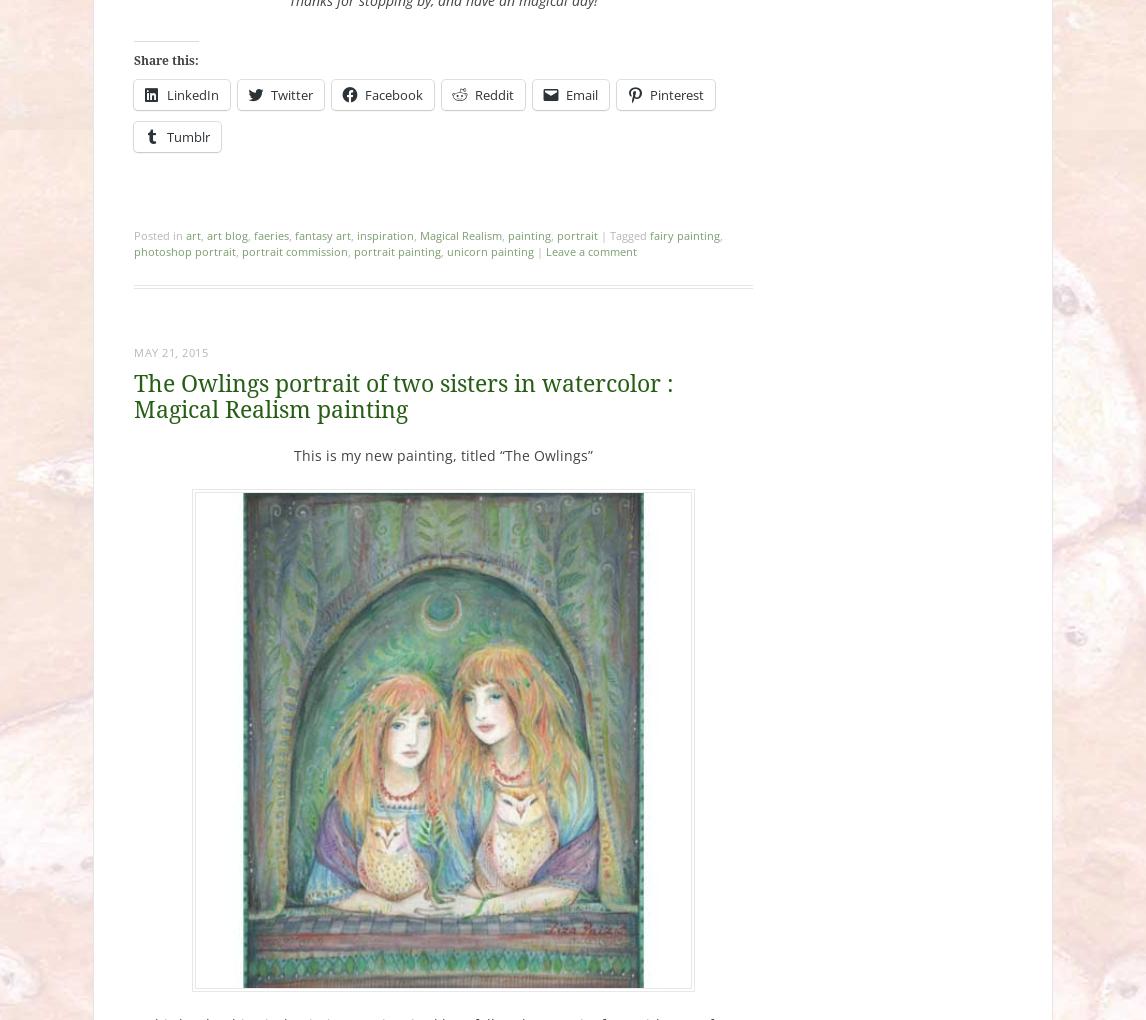  What do you see at coordinates (591, 251) in the screenshot?
I see `'Leave a comment'` at bounding box center [591, 251].